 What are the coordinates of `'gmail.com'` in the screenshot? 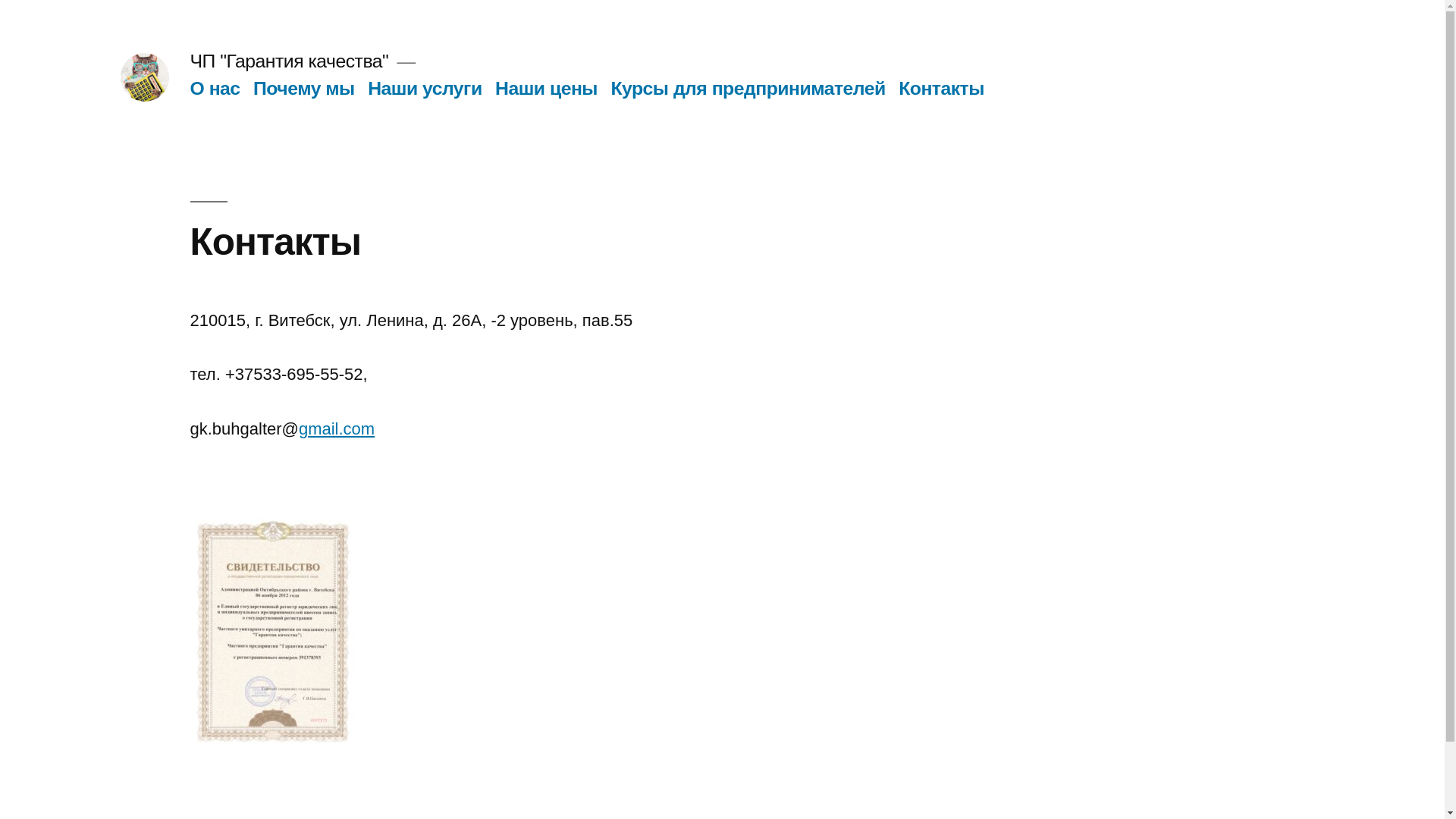 It's located at (335, 428).